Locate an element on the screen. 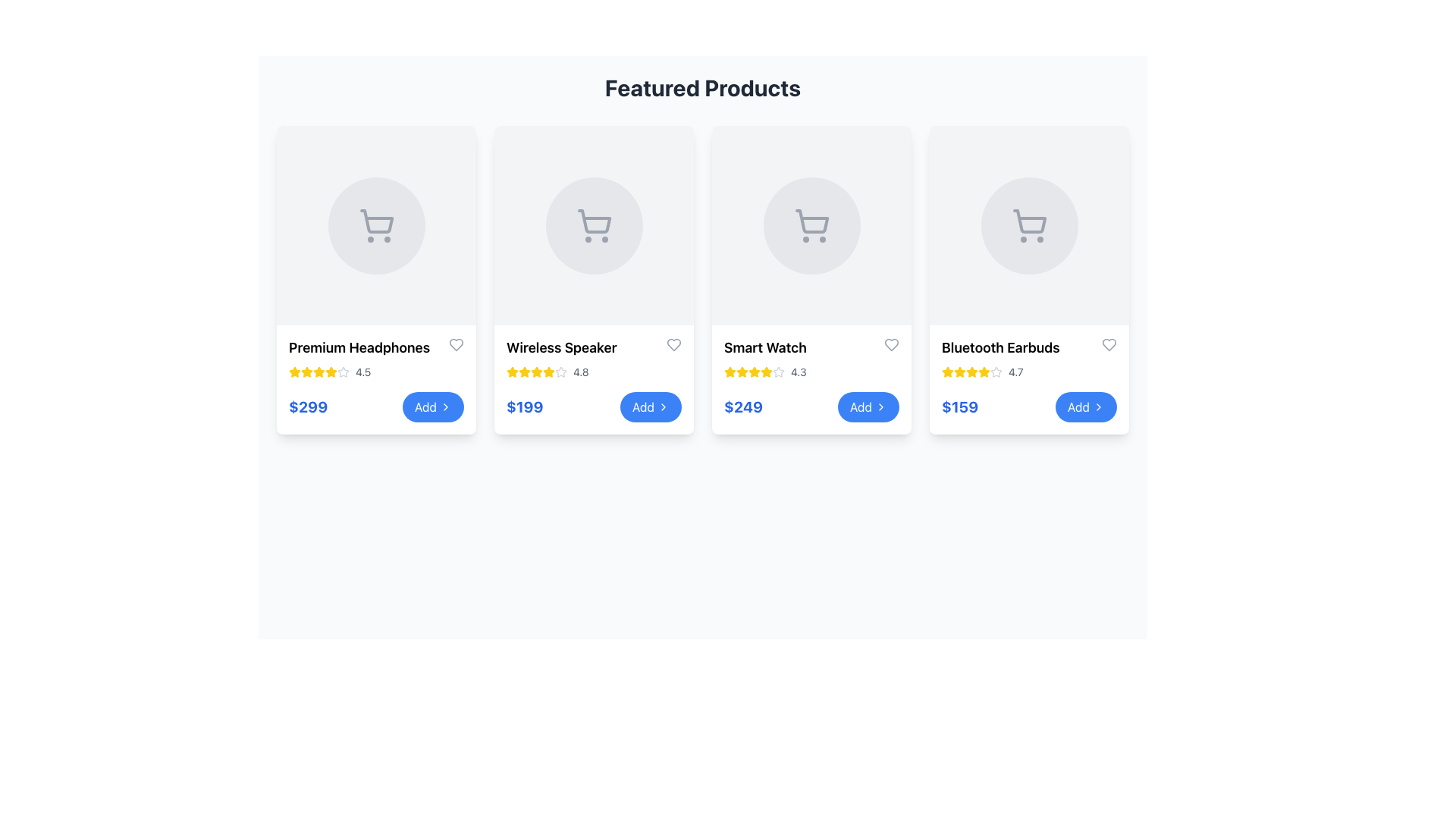 This screenshot has height=819, width=1456. the 5th star icon in the rating sequence for the 'Smart Watch' item, which visually represents its rating value is located at coordinates (779, 372).